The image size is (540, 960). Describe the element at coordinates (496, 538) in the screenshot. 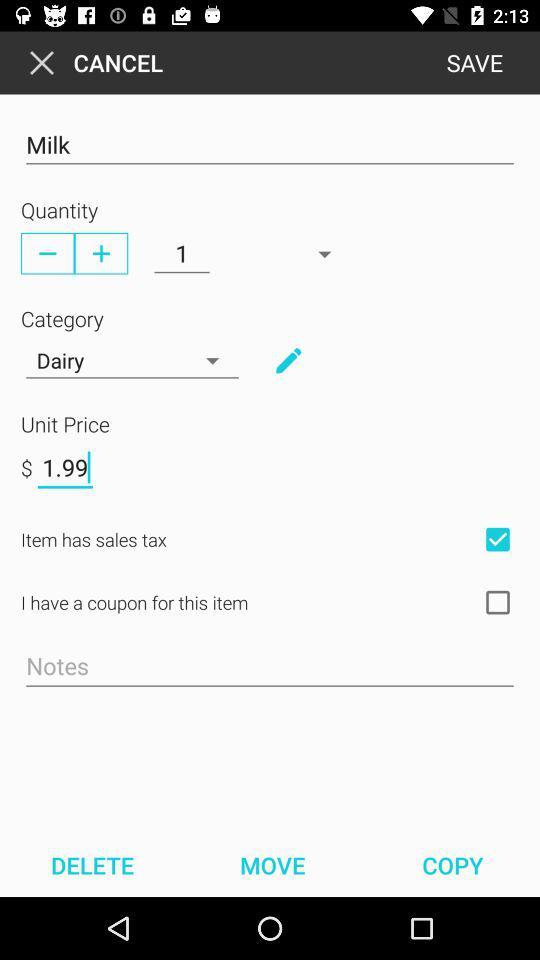

I see `check box for sales tax` at that location.